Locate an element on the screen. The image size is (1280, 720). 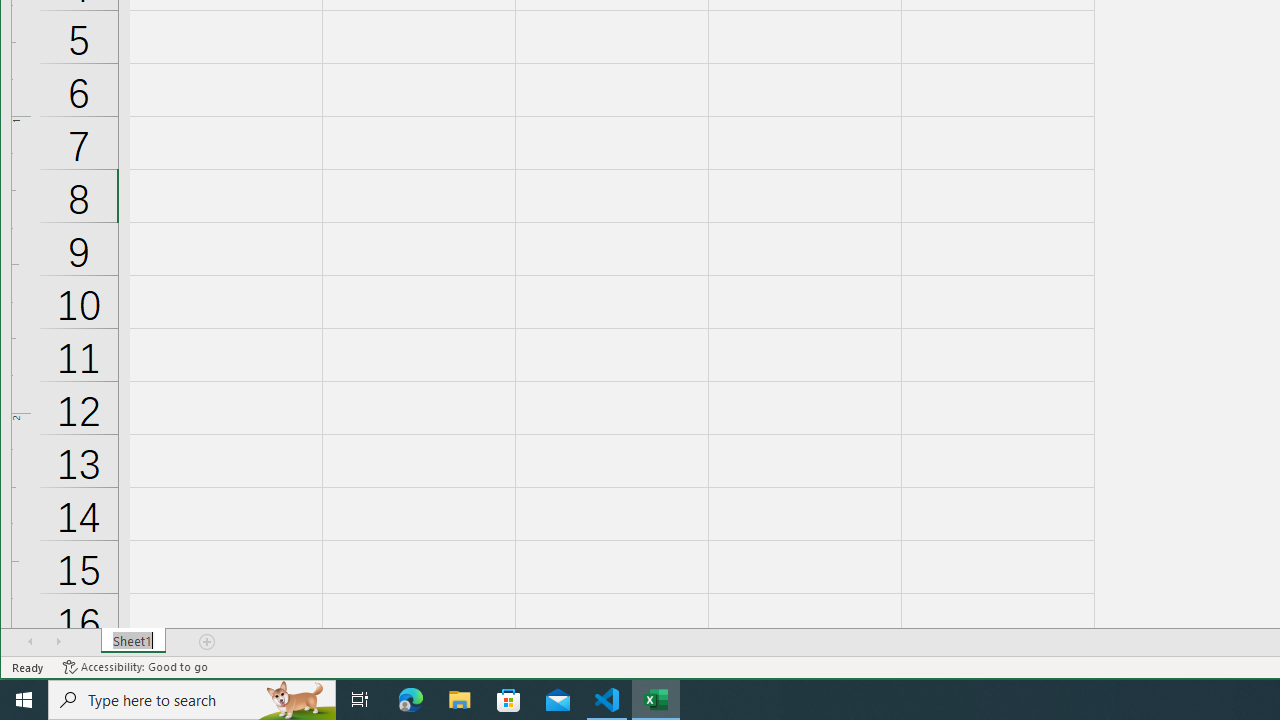
'File Explorer' is located at coordinates (459, 698).